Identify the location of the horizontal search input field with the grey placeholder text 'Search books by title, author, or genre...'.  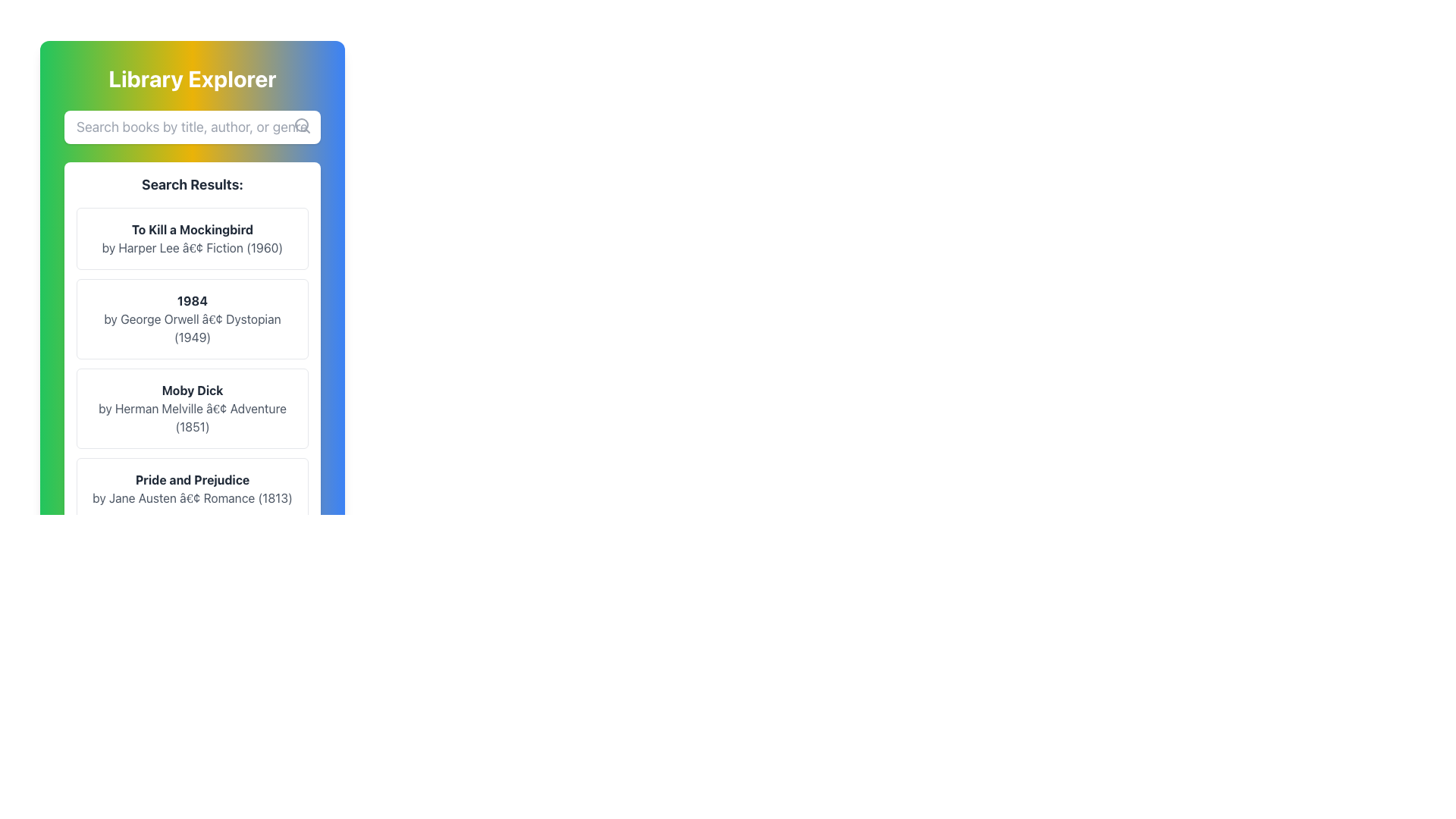
(192, 127).